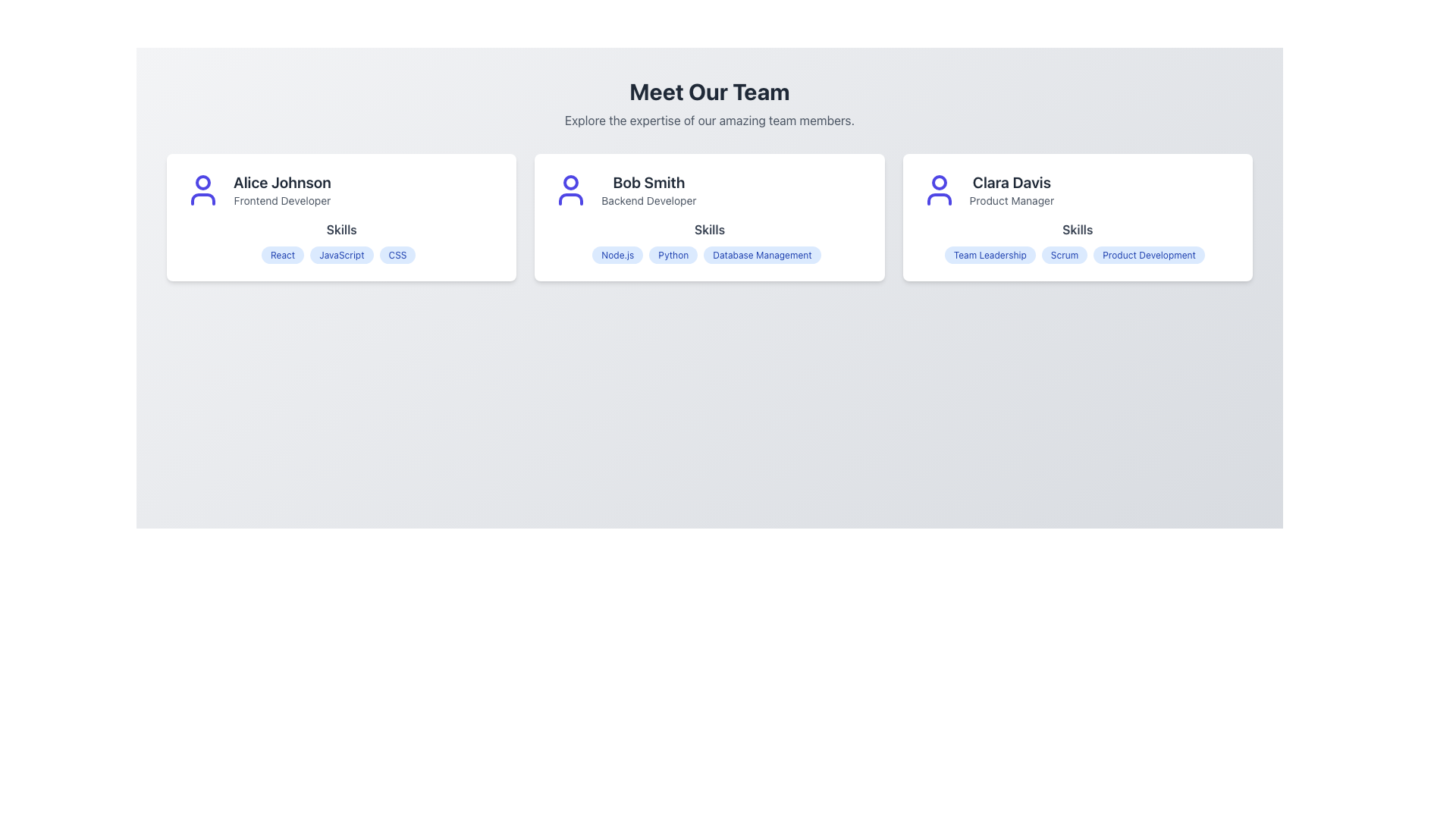  I want to click on the text label displaying 'Clara Davis' in bold, large font located at the top of the card in the rightmost column of the layout, so click(1012, 181).